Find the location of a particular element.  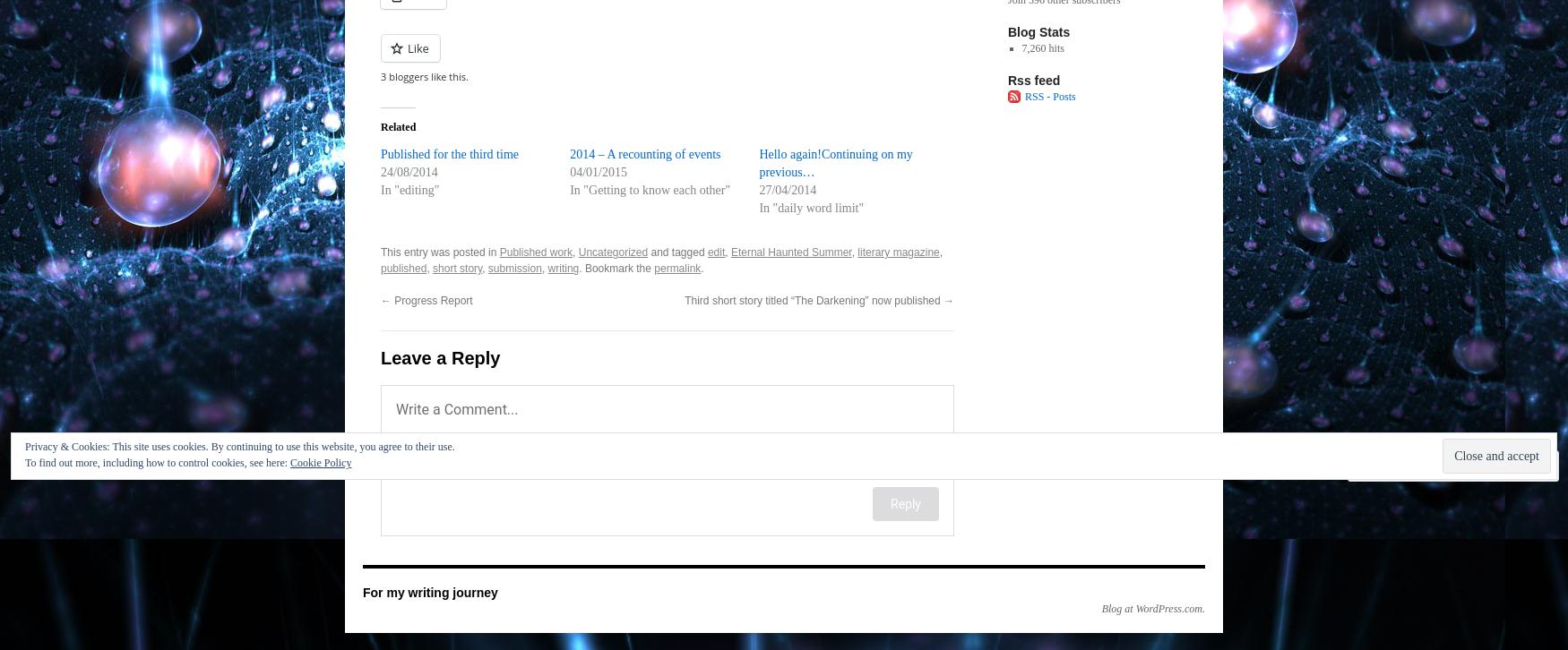

'and tagged' is located at coordinates (676, 251).